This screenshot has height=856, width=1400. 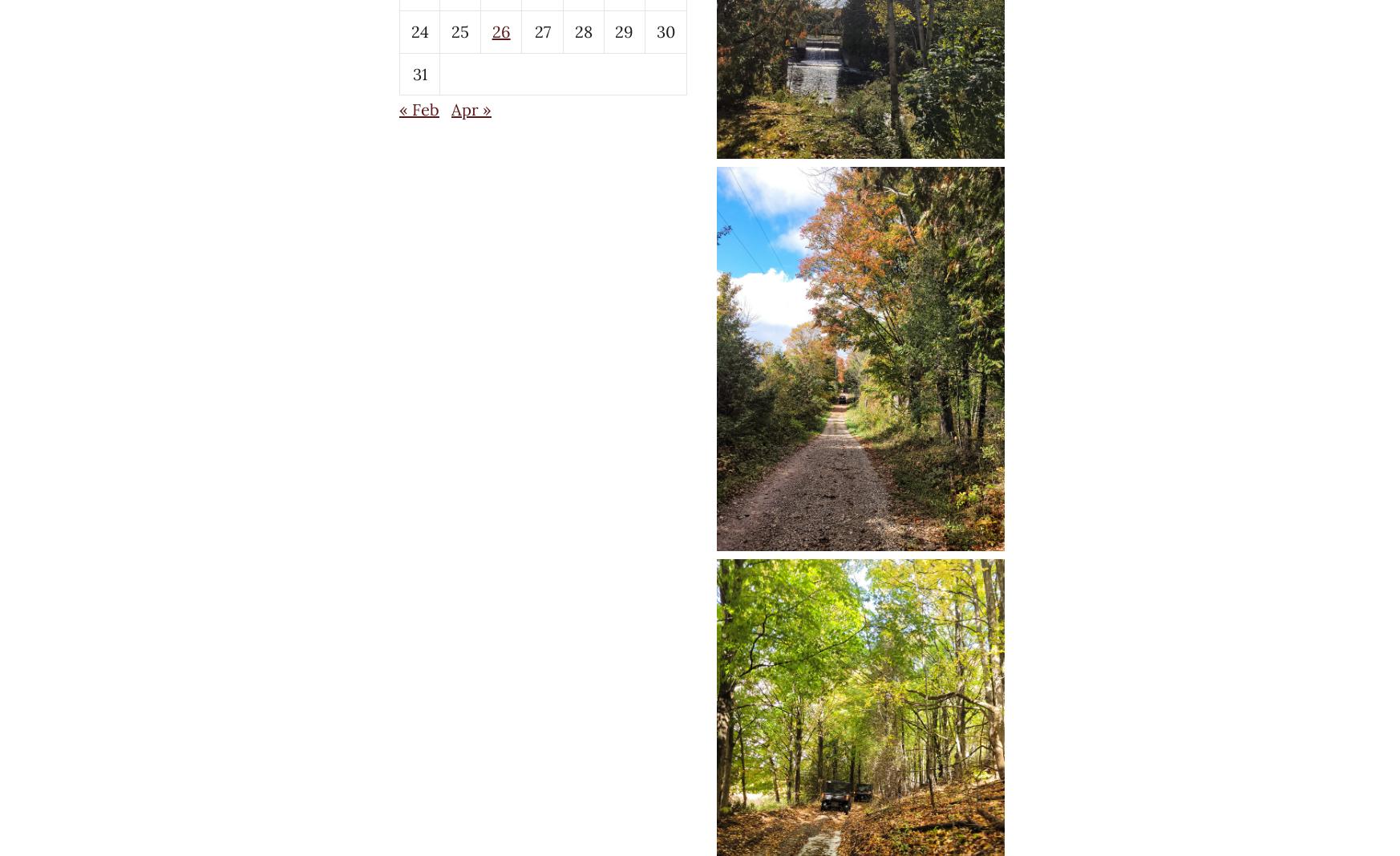 What do you see at coordinates (399, 108) in the screenshot?
I see `'« Feb'` at bounding box center [399, 108].